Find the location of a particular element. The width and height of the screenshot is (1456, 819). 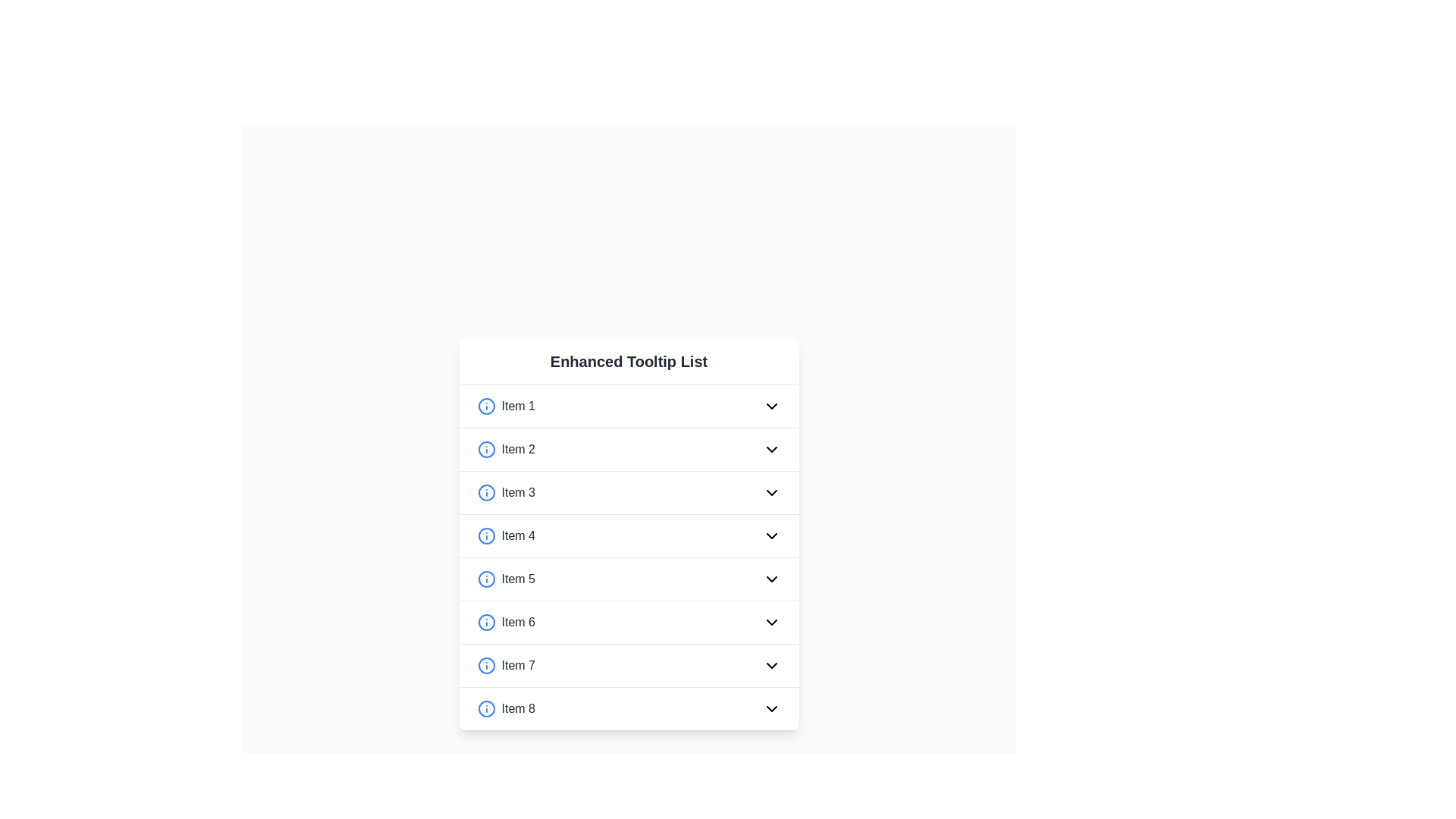

the first list item labeled 'Item 1' is located at coordinates (629, 406).